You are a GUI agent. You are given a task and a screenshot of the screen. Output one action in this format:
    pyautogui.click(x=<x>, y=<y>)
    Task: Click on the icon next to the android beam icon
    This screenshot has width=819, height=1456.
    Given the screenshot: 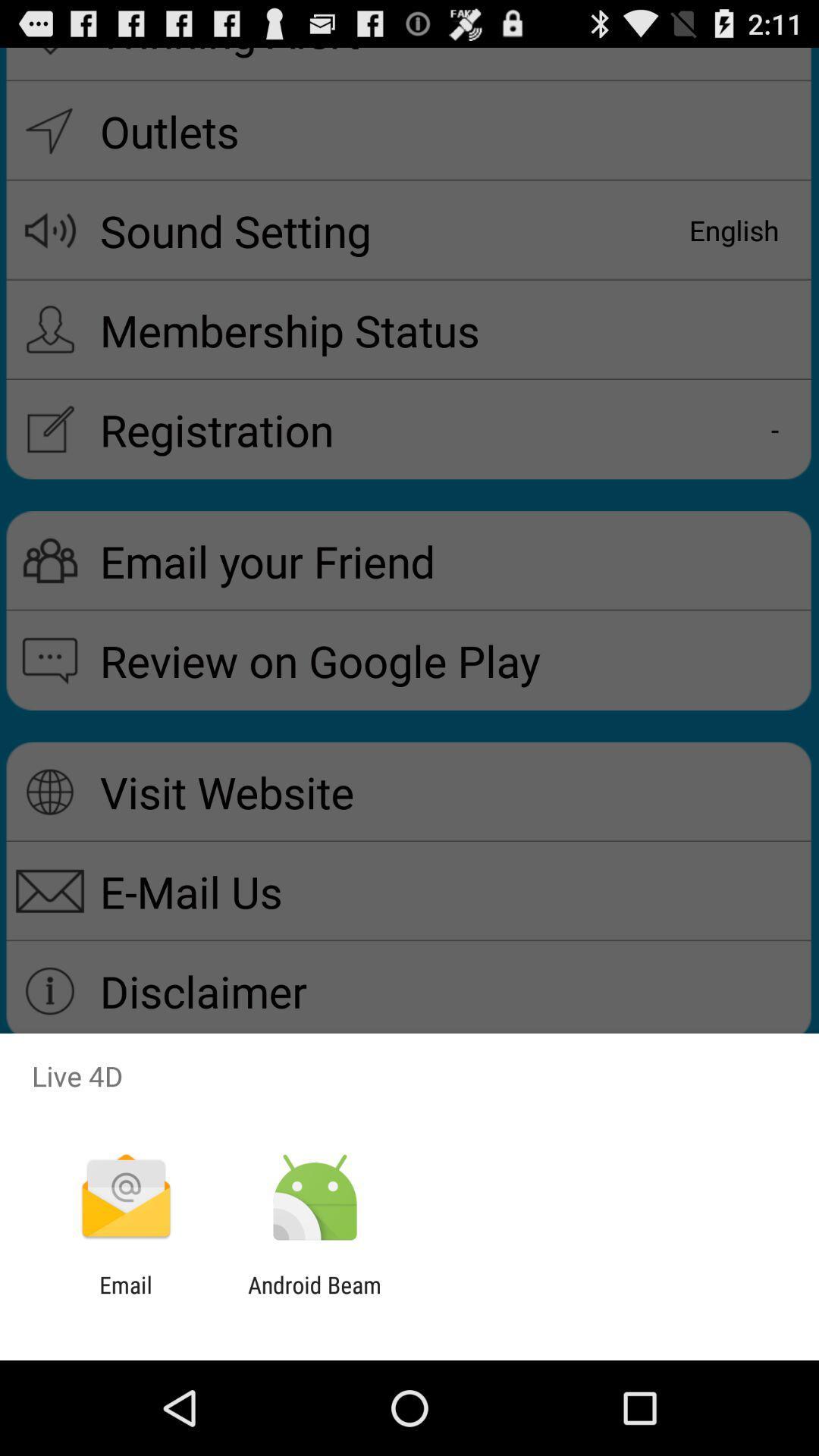 What is the action you would take?
    pyautogui.click(x=125, y=1298)
    